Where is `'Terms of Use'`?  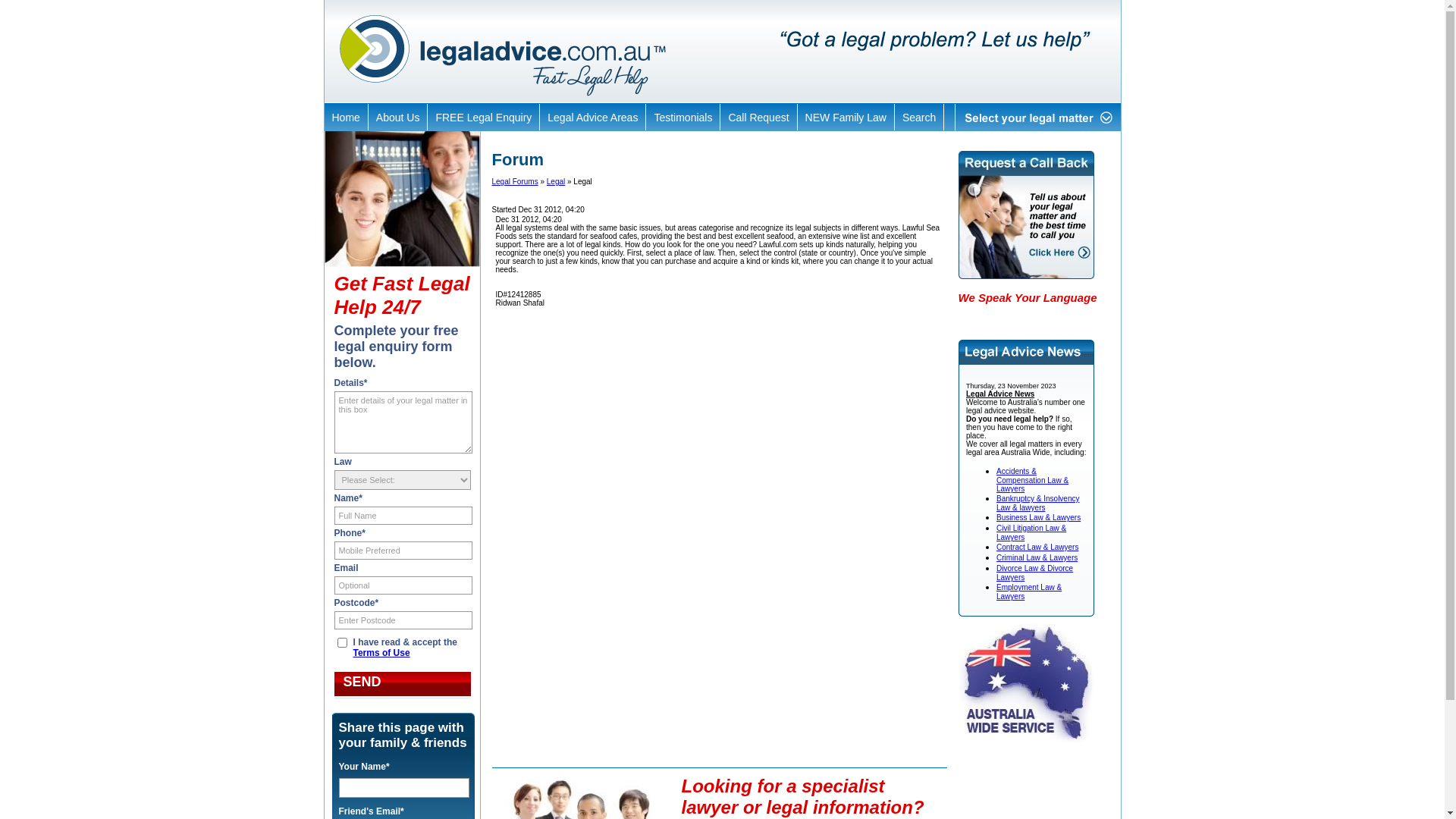
'Terms of Use' is located at coordinates (352, 651).